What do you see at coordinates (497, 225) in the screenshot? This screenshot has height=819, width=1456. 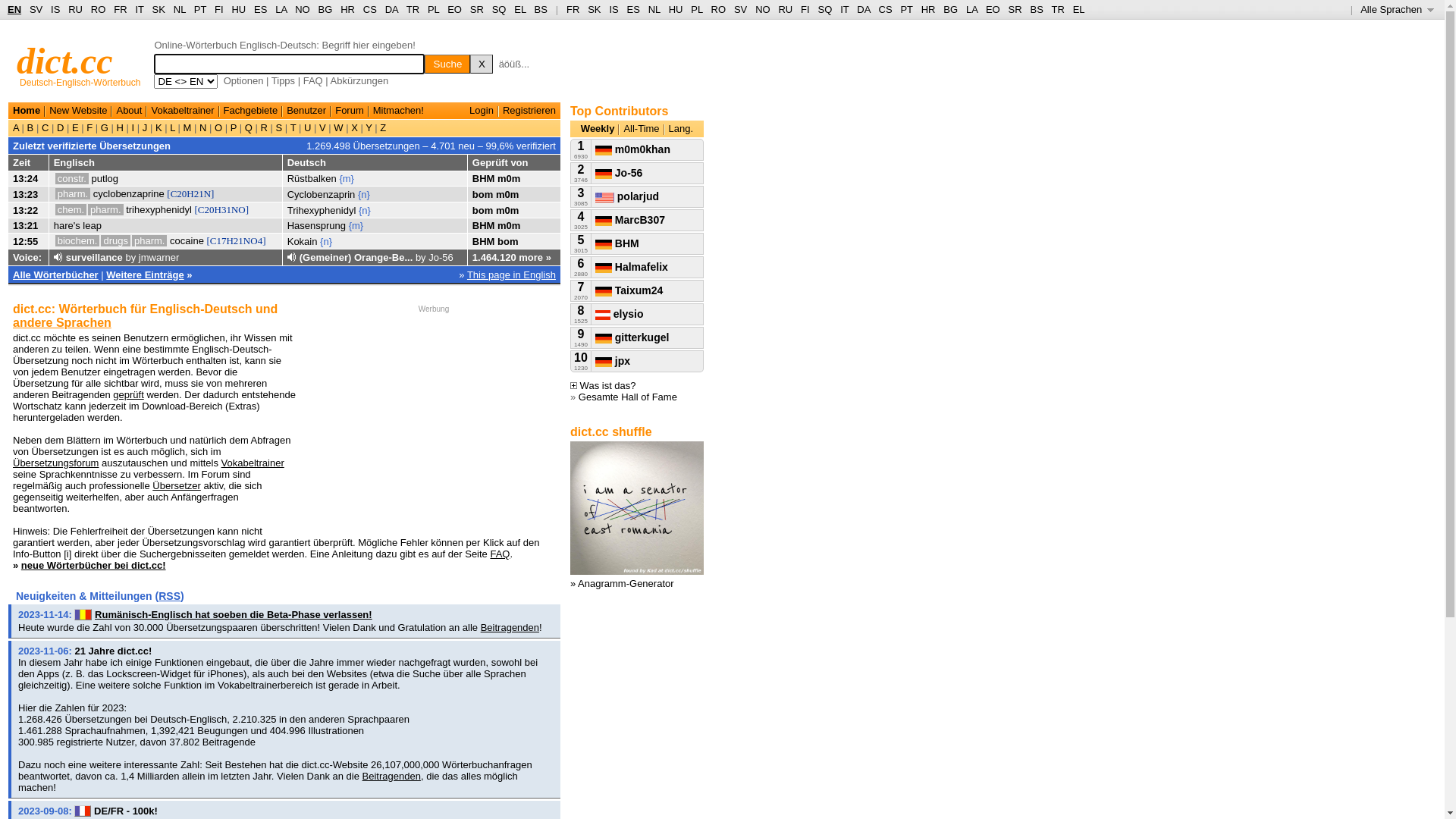 I see `'m0m'` at bounding box center [497, 225].